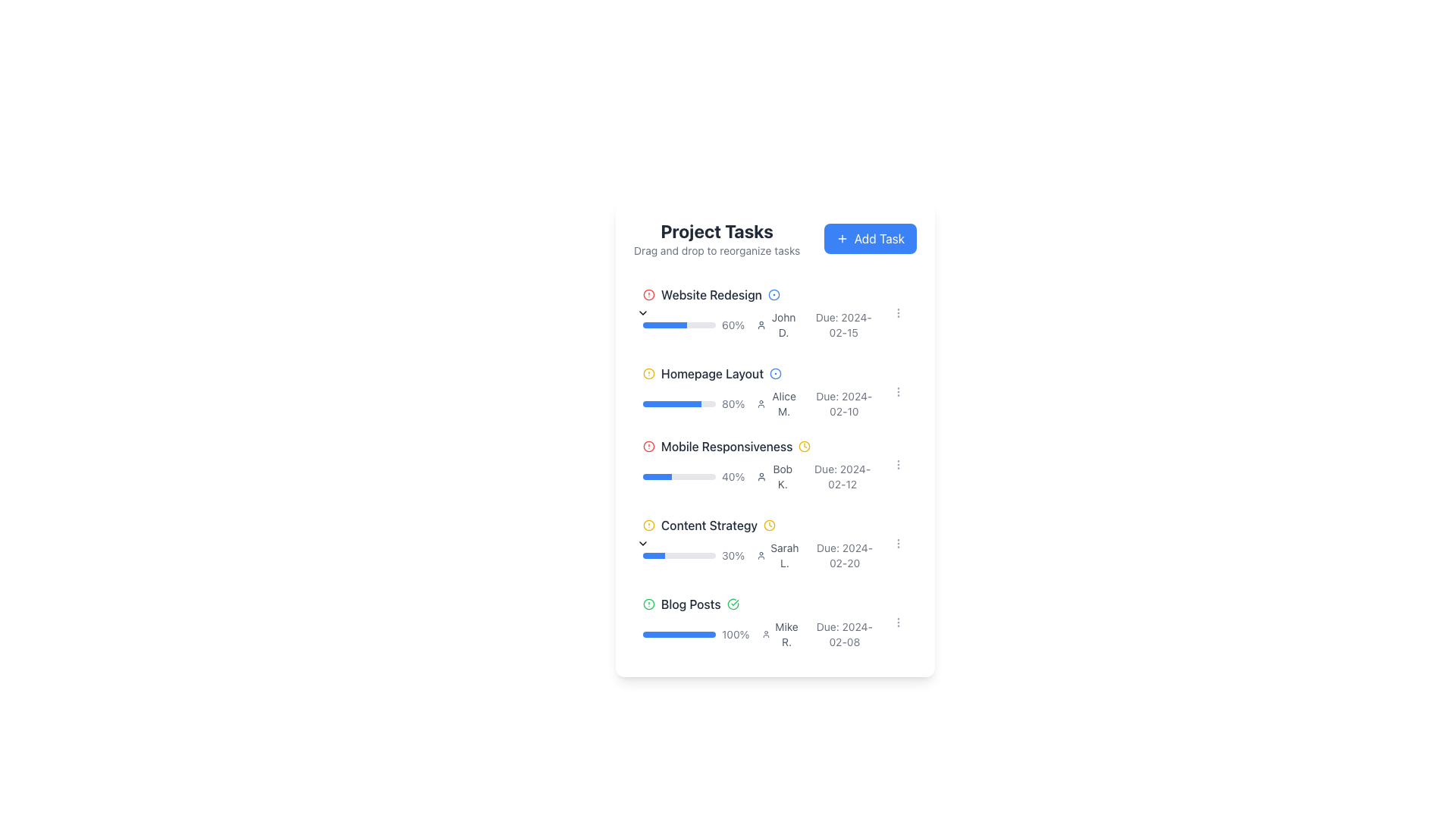  I want to click on name displayed on the text label that reads 'John D.' located next to the user icon in the task management interface for the task 'Website Redesign', so click(777, 324).